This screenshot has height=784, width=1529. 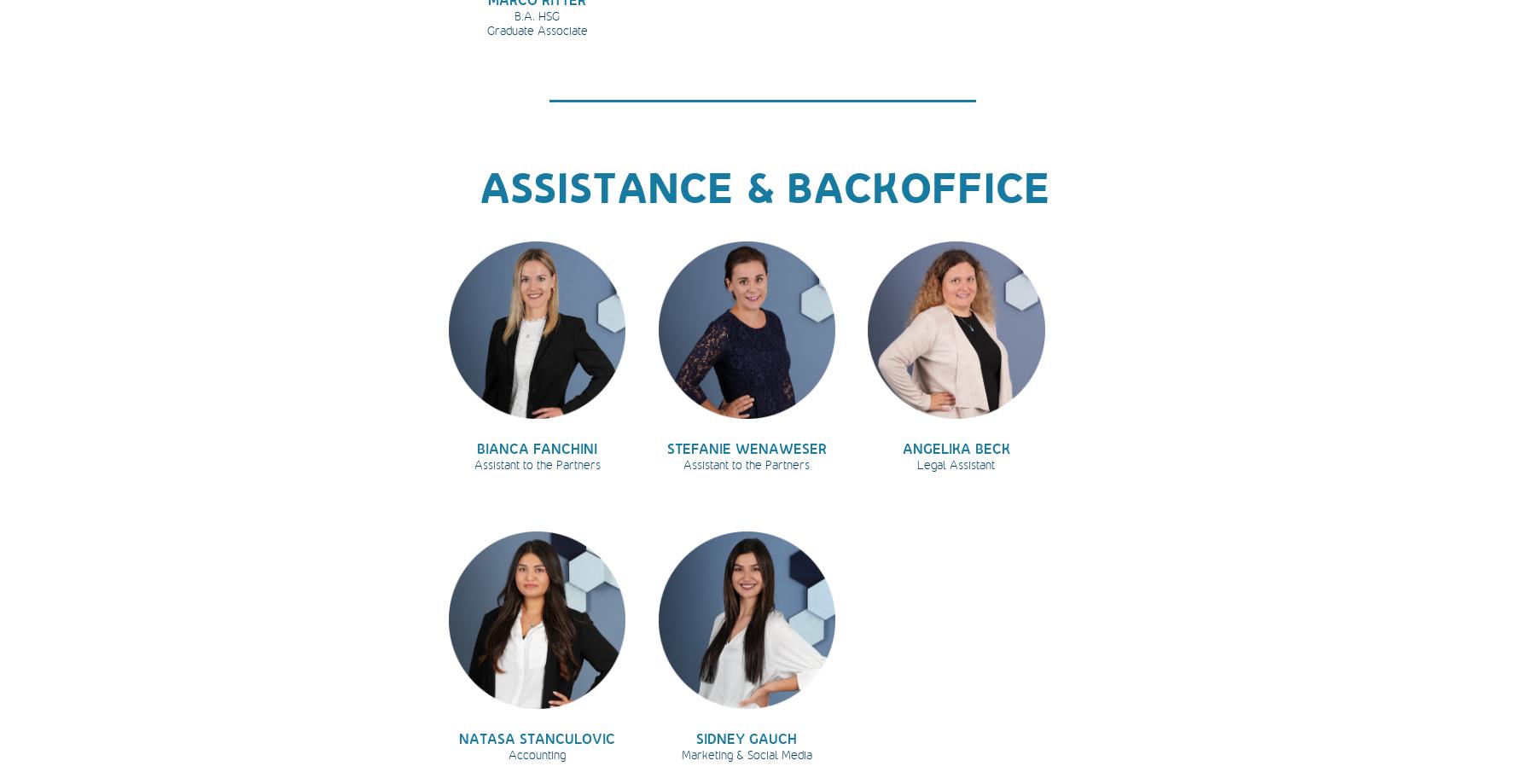 What do you see at coordinates (764, 188) in the screenshot?
I see `'ASSISTANCE & BACKOFFICE'` at bounding box center [764, 188].